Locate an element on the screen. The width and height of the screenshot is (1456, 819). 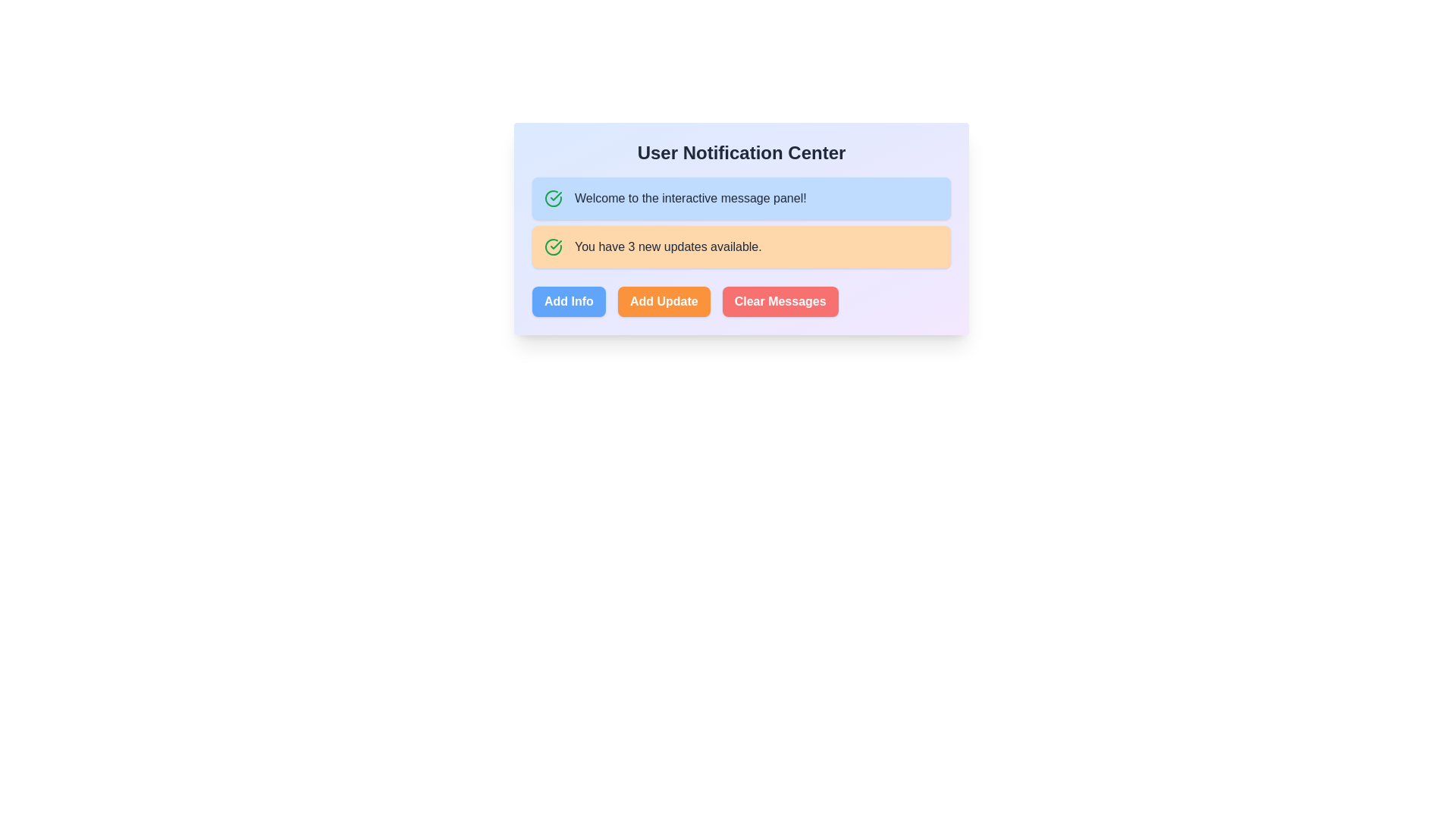
the green checkmark icon located in the upper-left section of the notification panel with an orange background, indicating that there are 3 new updates available is located at coordinates (552, 246).